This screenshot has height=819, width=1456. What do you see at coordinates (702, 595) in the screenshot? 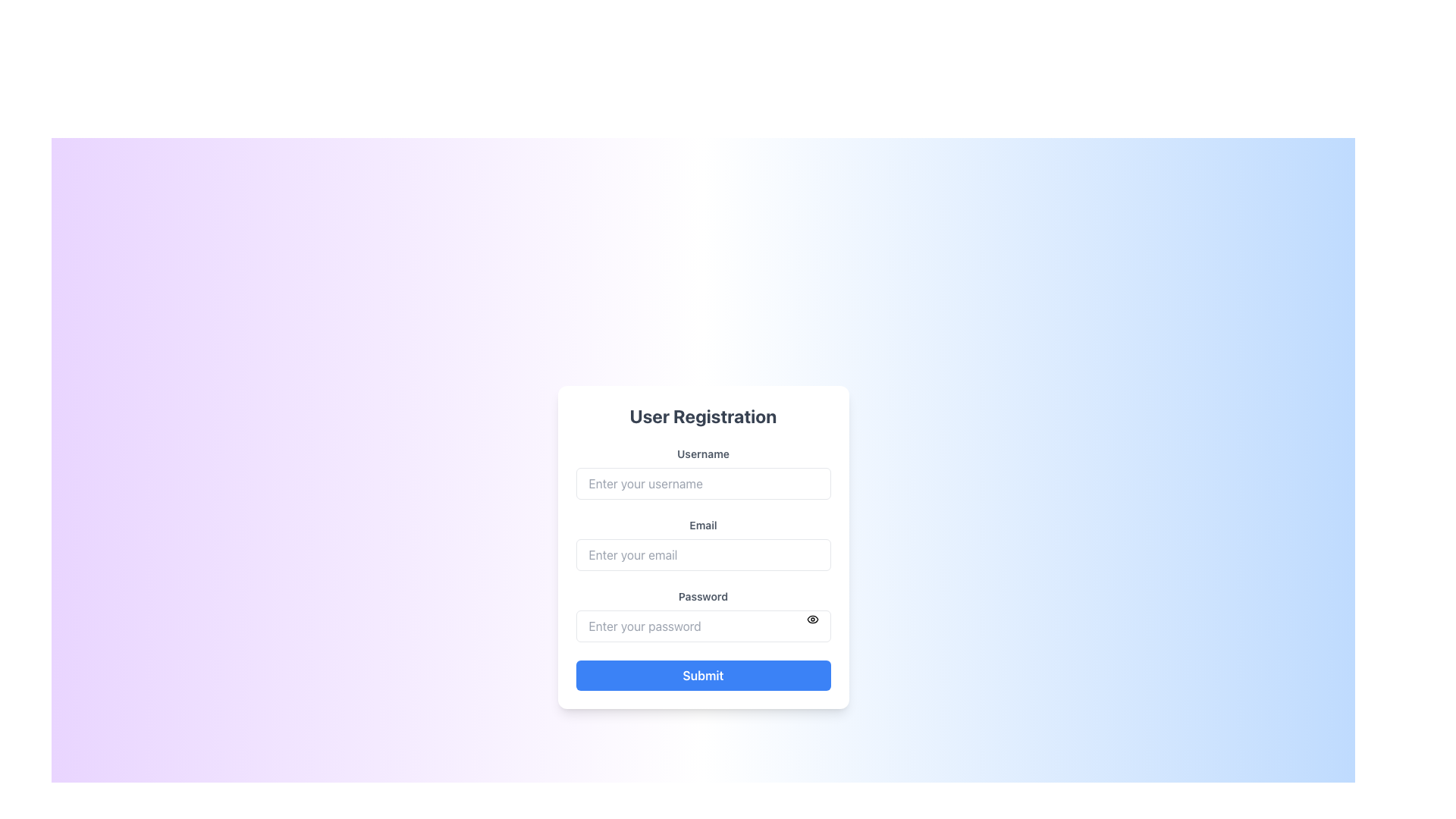
I see `text of the 'Password' label, which is displayed in bold, small gray font above the password input field in the user registration form` at bounding box center [702, 595].